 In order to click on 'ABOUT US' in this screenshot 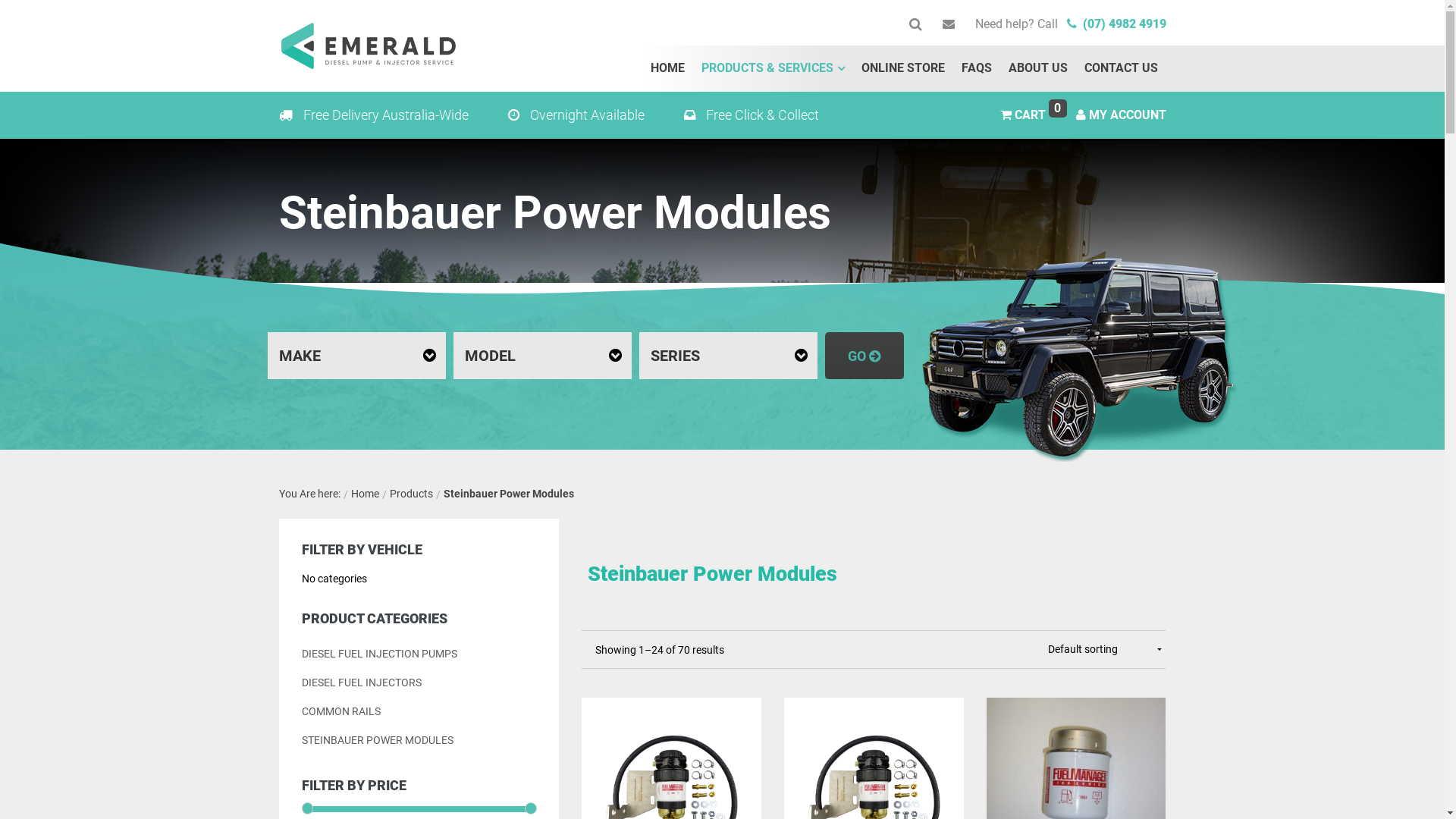, I will do `click(1037, 67)`.